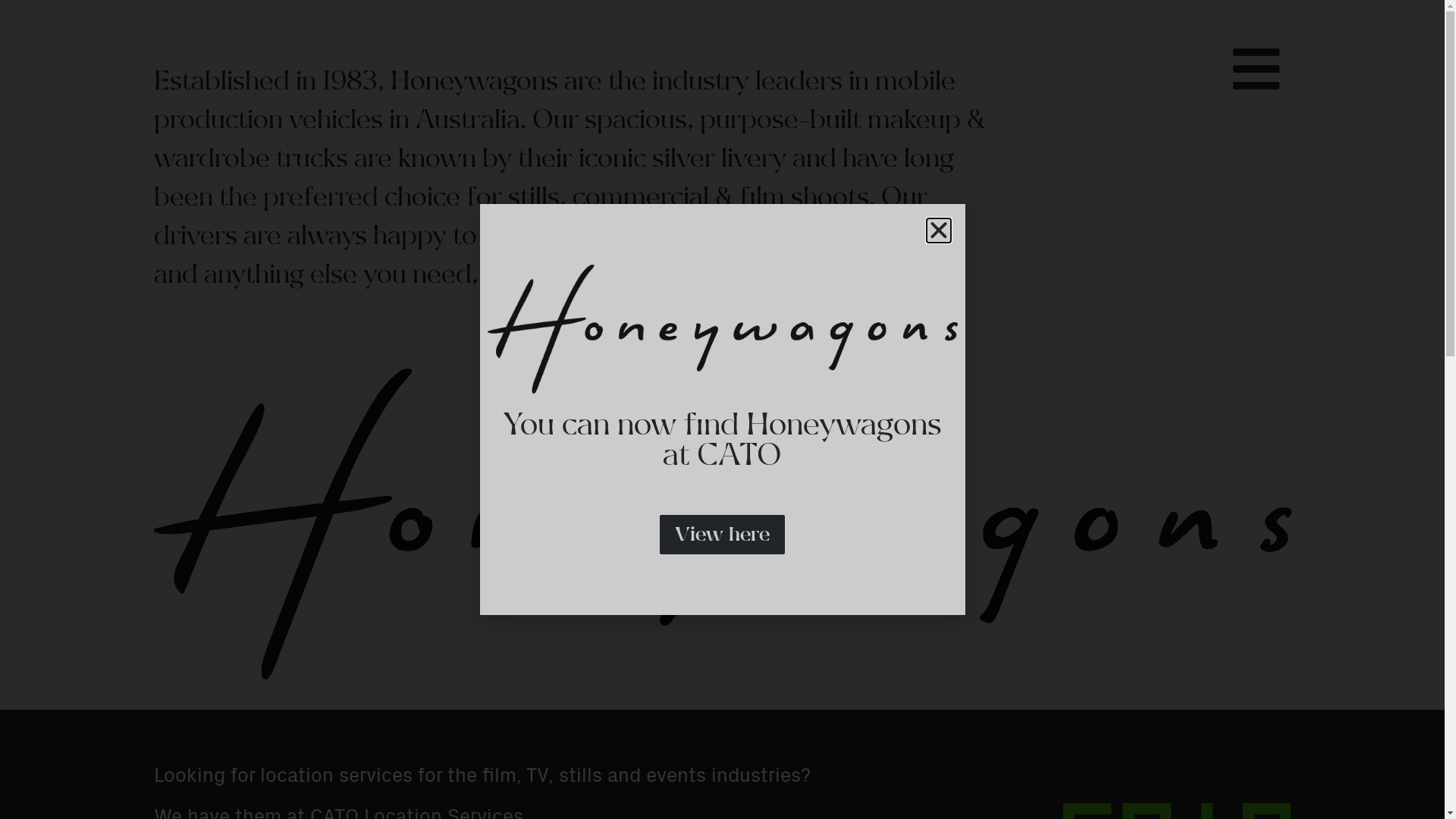 The height and width of the screenshot is (819, 1456). Describe the element at coordinates (721, 534) in the screenshot. I see `'View here'` at that location.